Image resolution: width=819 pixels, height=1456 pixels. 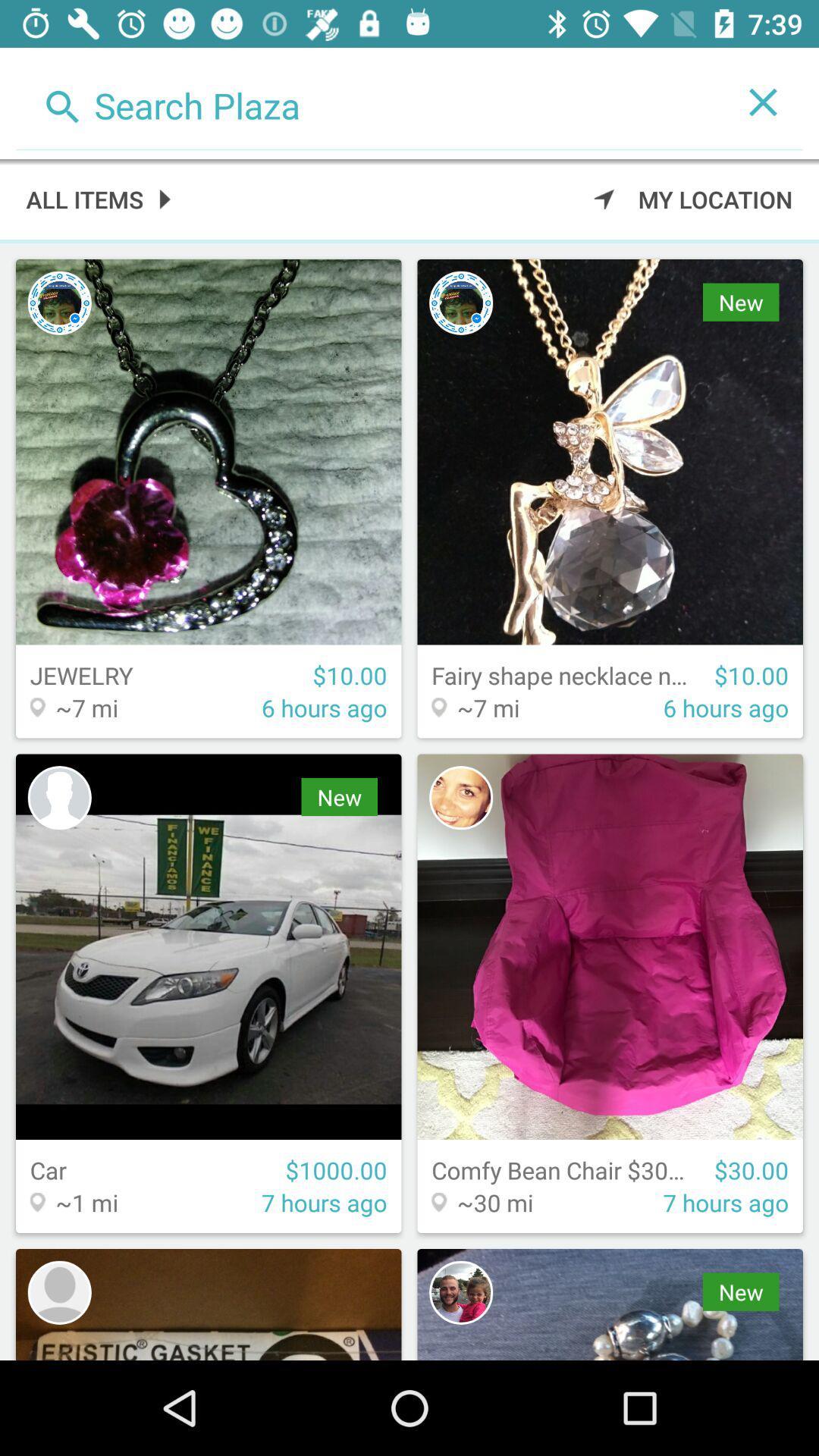 What do you see at coordinates (58, 1291) in the screenshot?
I see `icon photo display` at bounding box center [58, 1291].